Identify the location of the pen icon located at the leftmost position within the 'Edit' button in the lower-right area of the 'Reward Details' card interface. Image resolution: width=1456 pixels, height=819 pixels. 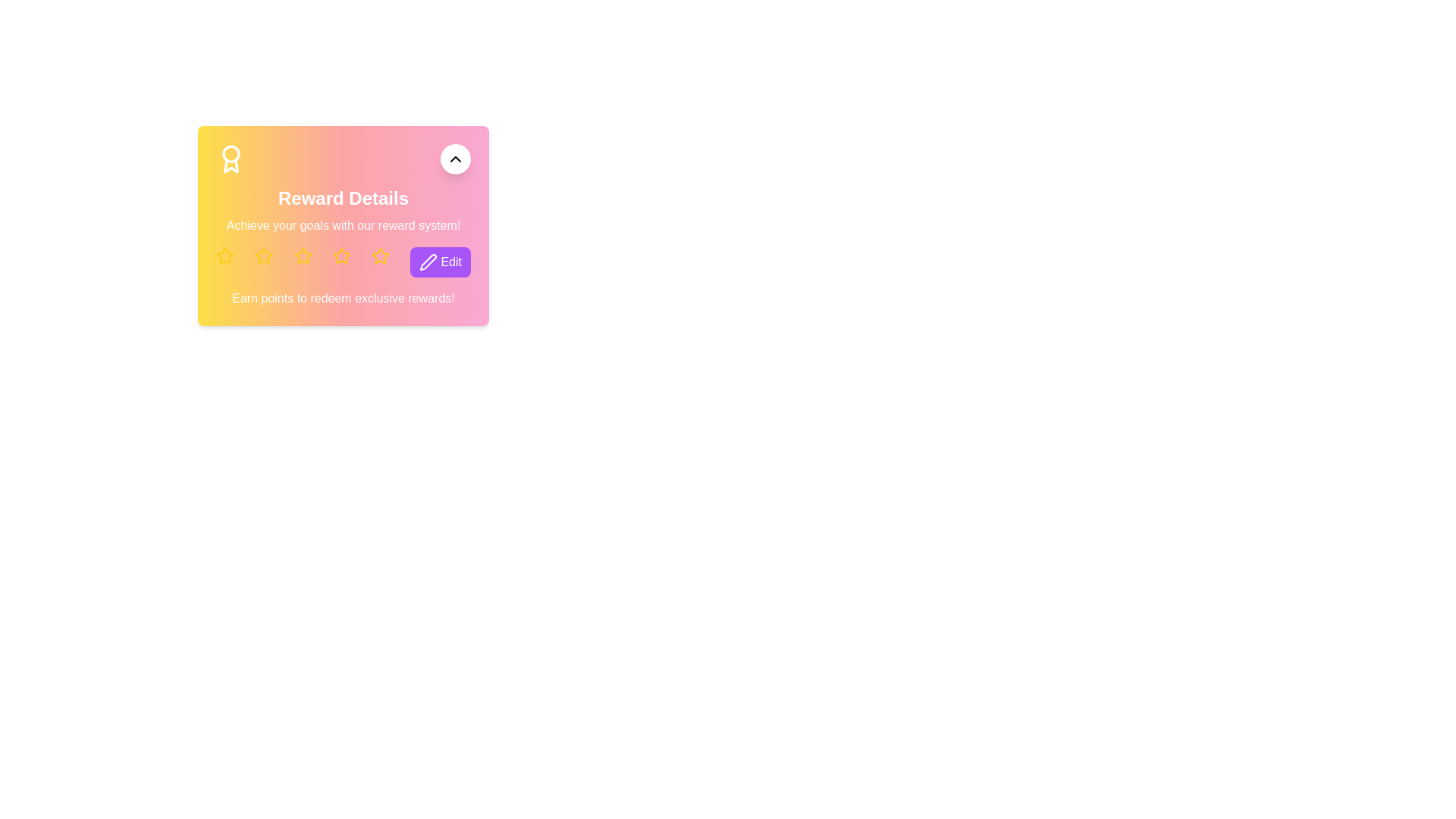
(428, 262).